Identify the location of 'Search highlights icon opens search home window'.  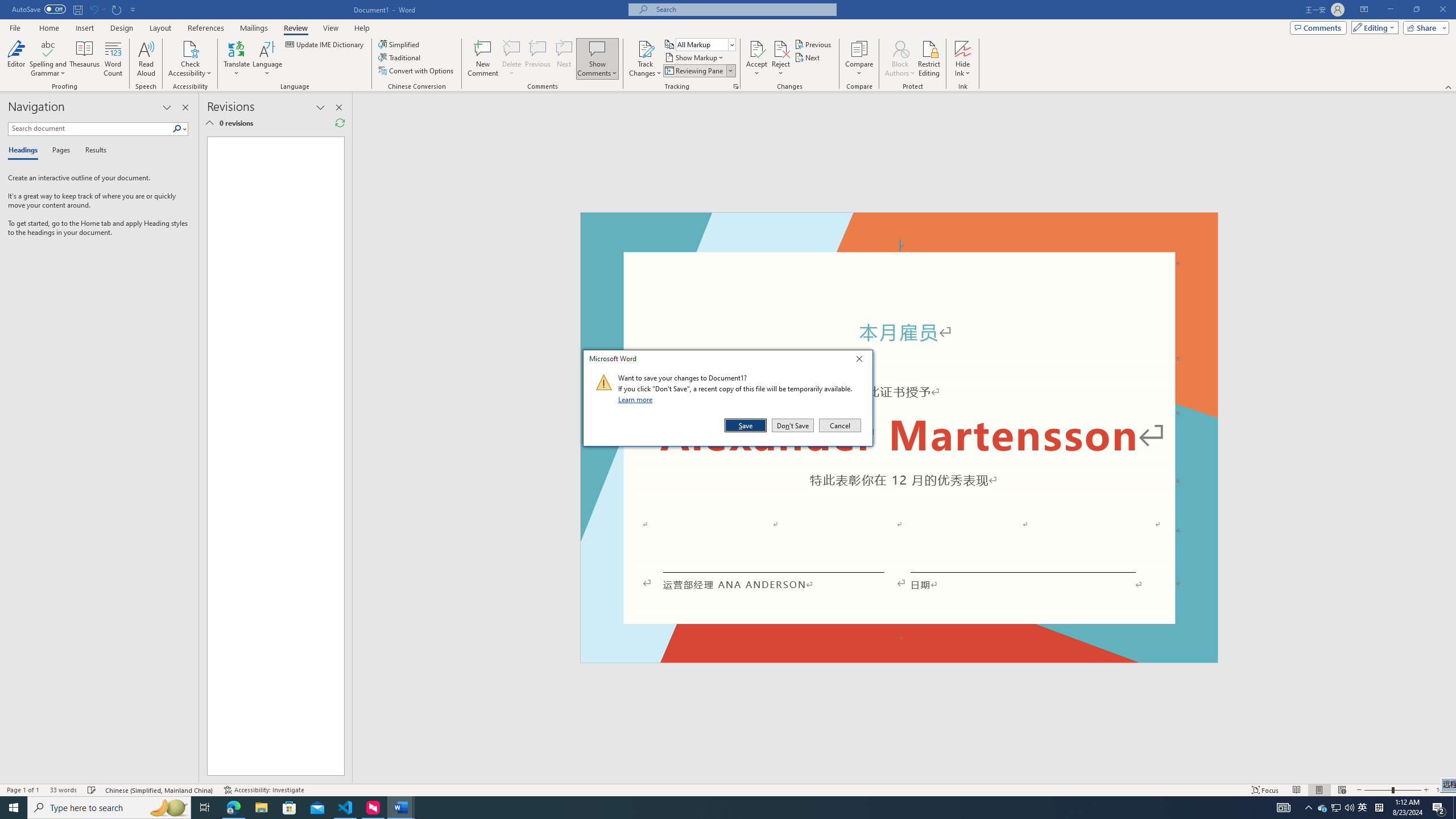
(167, 806).